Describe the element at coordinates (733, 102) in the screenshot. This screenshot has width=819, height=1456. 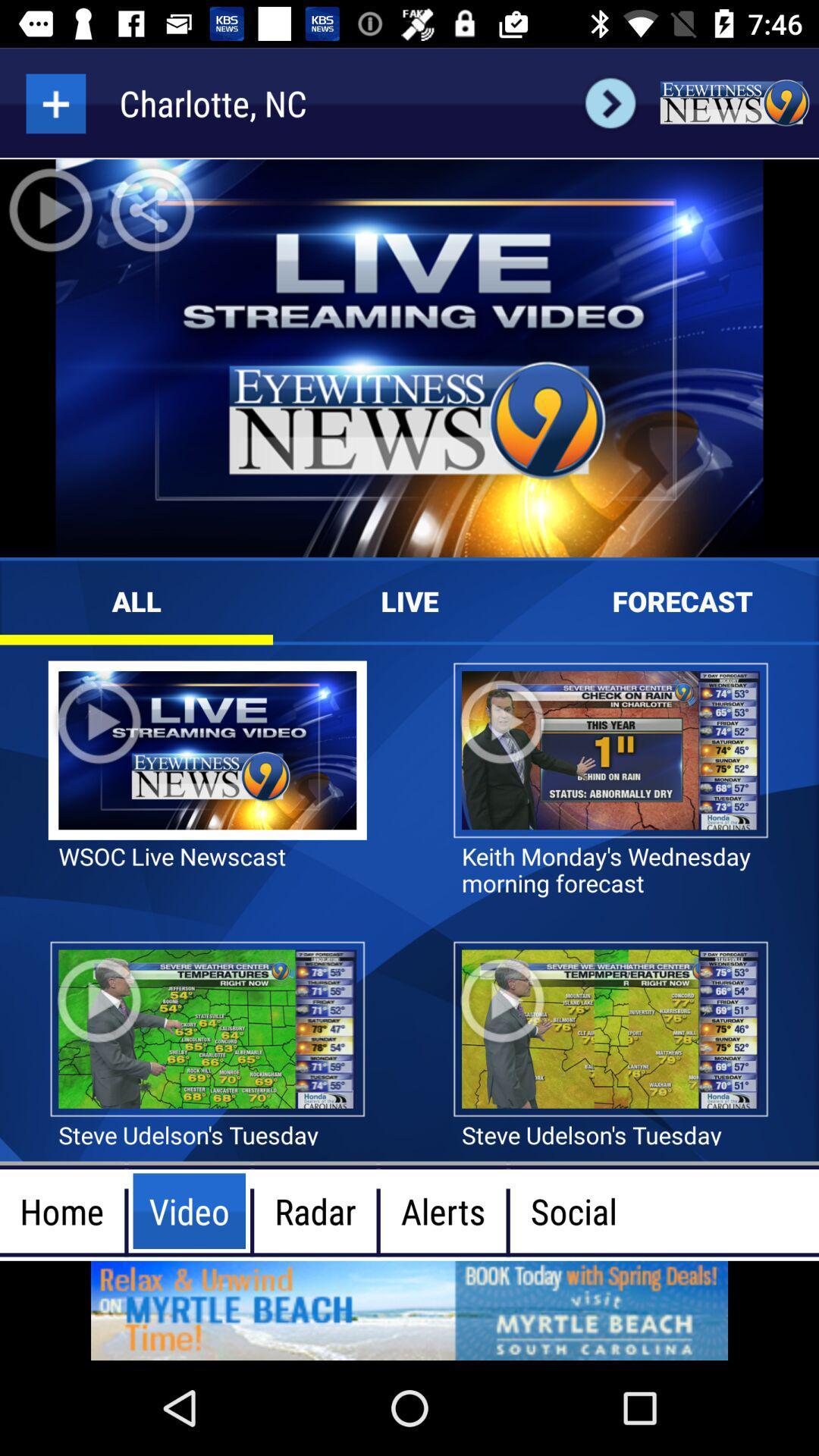
I see `latest headlines` at that location.